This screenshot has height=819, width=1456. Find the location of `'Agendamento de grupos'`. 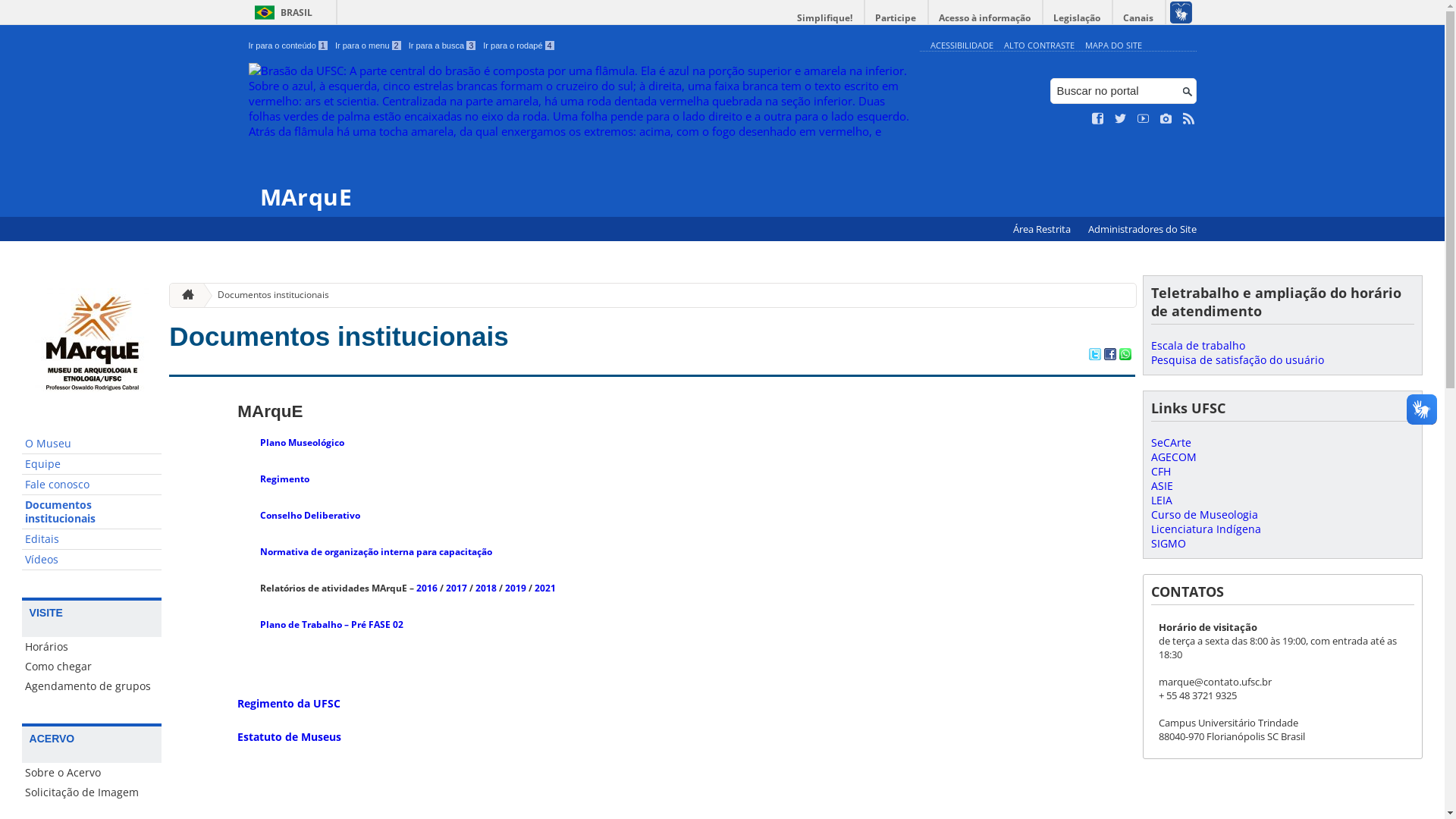

'Agendamento de grupos' is located at coordinates (91, 686).